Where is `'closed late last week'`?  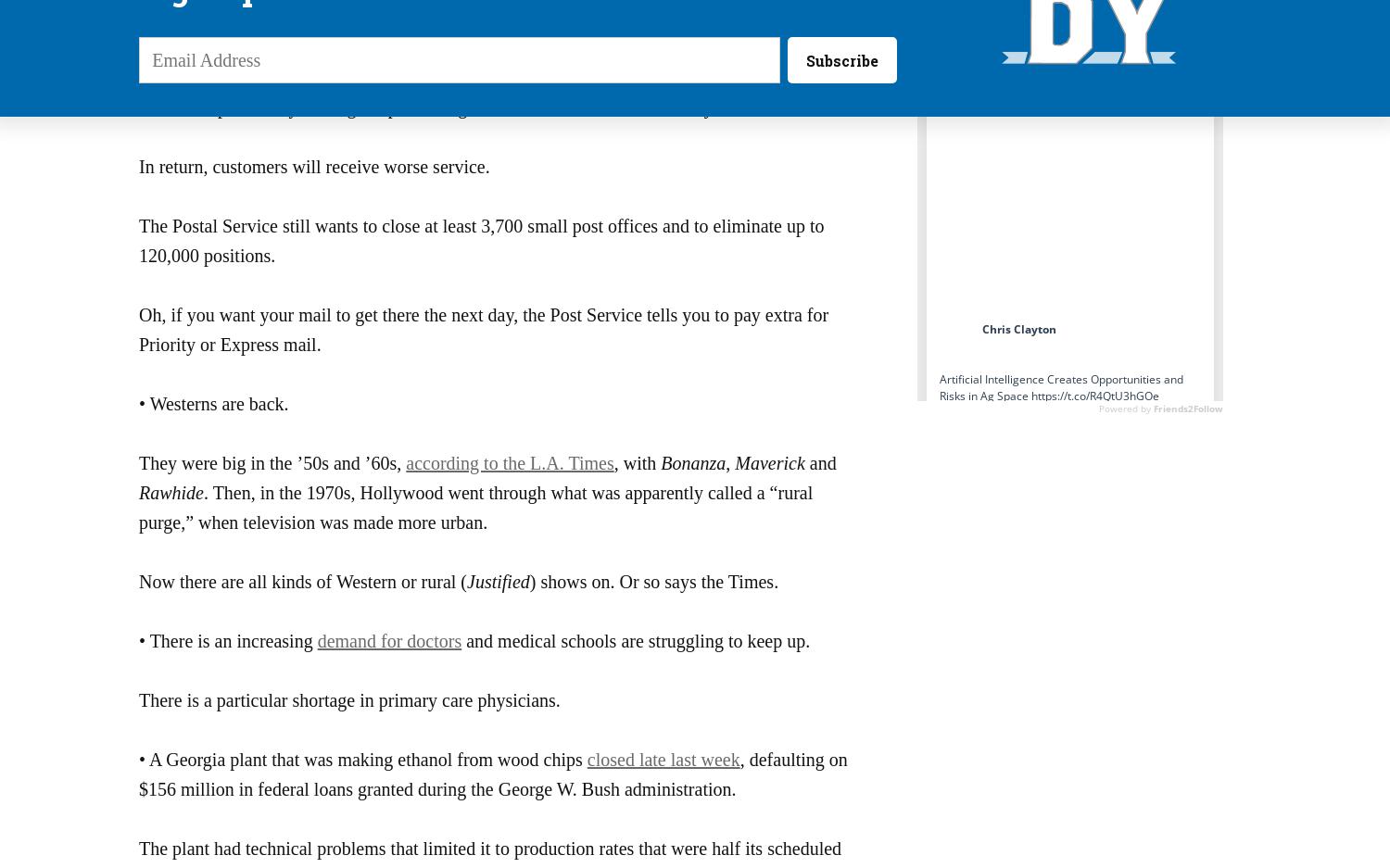
'closed late last week' is located at coordinates (587, 758).